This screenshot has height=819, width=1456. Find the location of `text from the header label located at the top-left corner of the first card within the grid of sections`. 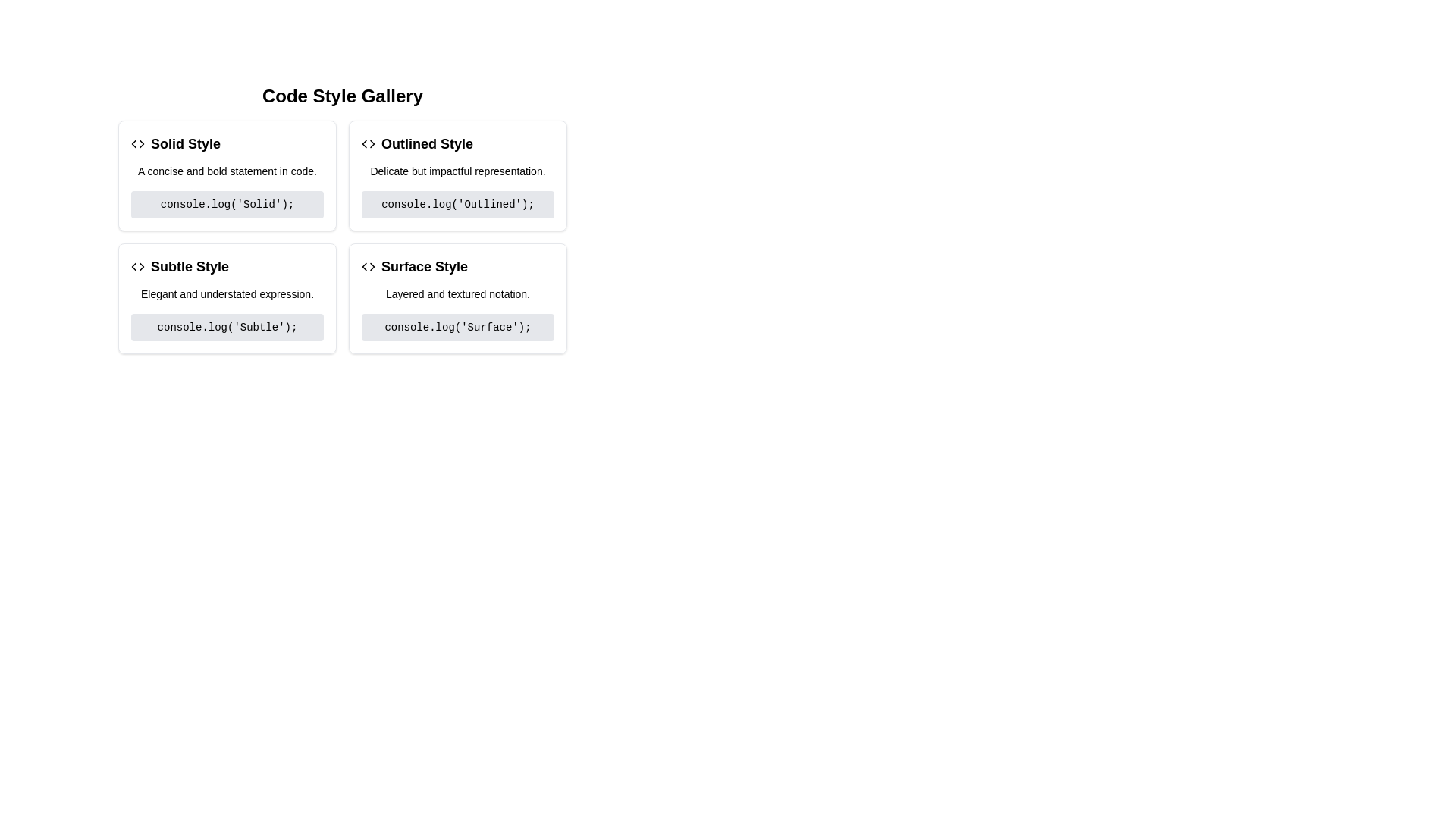

text from the header label located at the top-left corner of the first card within the grid of sections is located at coordinates (184, 143).